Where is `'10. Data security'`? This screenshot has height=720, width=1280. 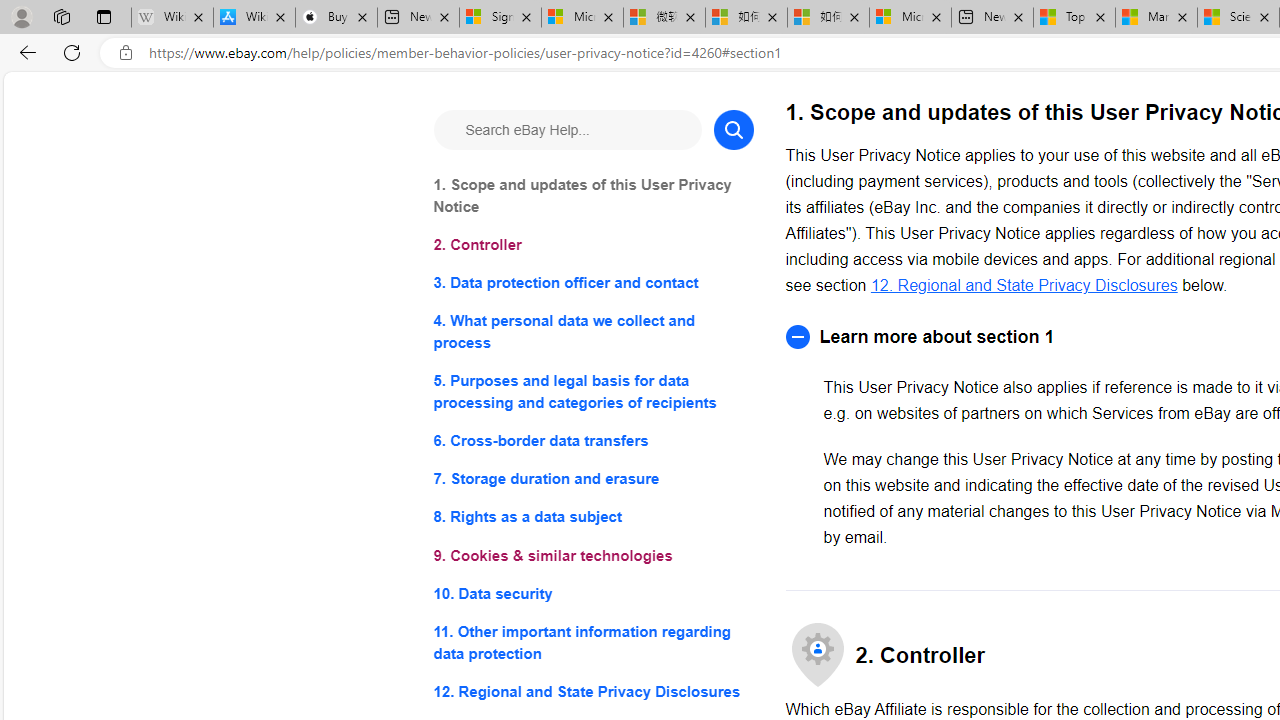 '10. Data security' is located at coordinates (592, 592).